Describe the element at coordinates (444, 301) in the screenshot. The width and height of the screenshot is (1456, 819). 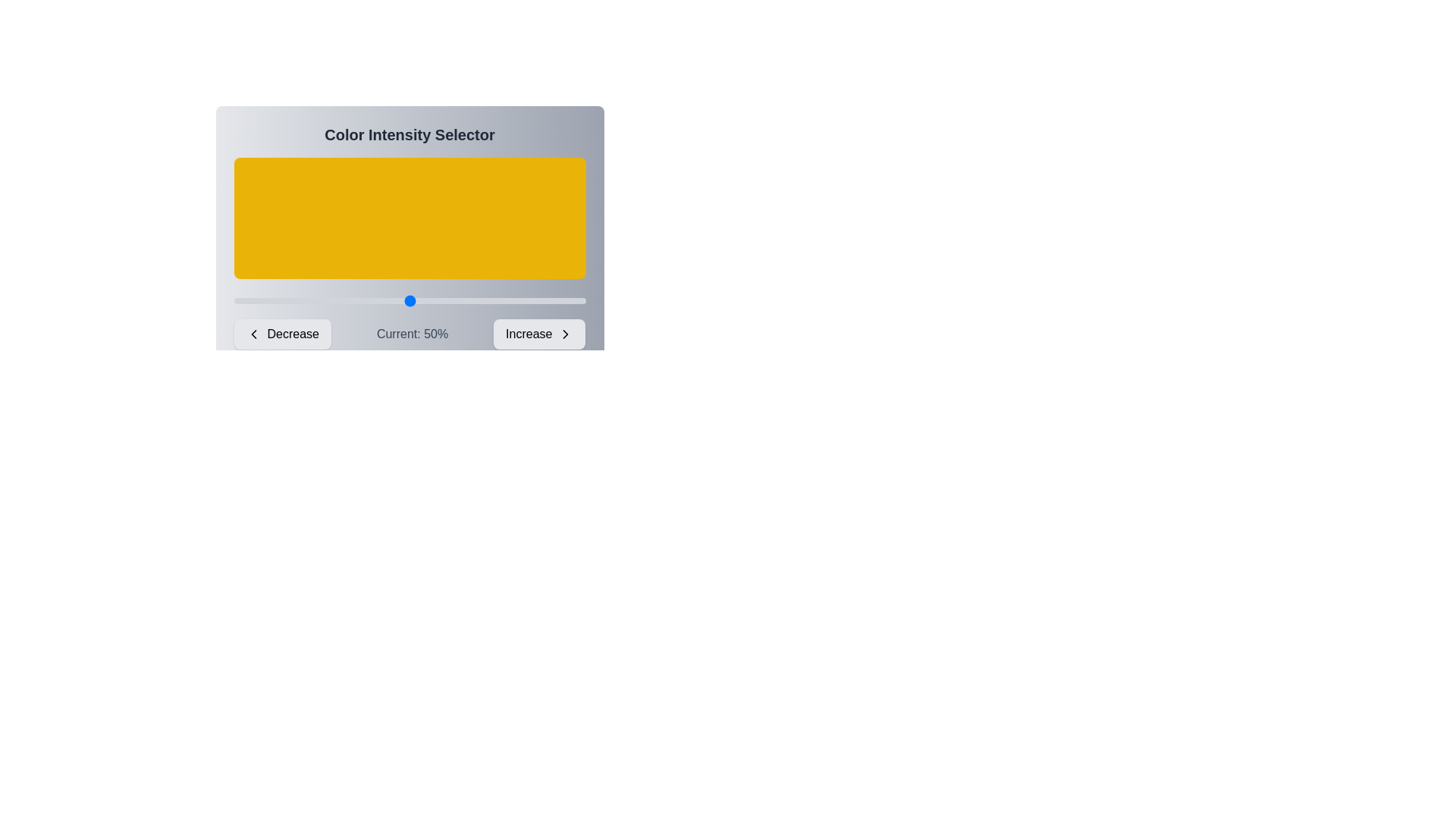
I see `color intensity` at that location.